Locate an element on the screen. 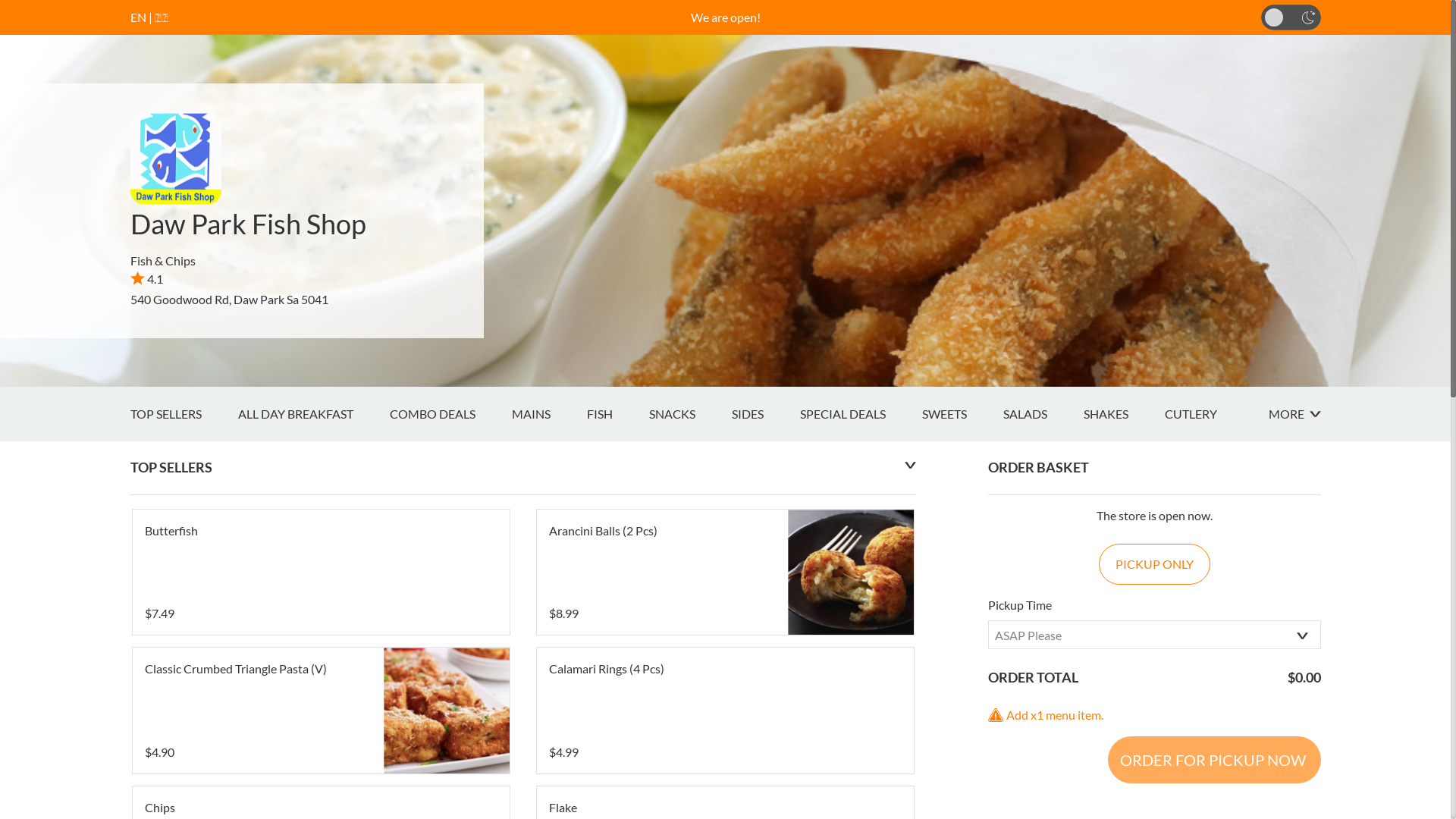  'SPECIAL DEALS' is located at coordinates (860, 414).